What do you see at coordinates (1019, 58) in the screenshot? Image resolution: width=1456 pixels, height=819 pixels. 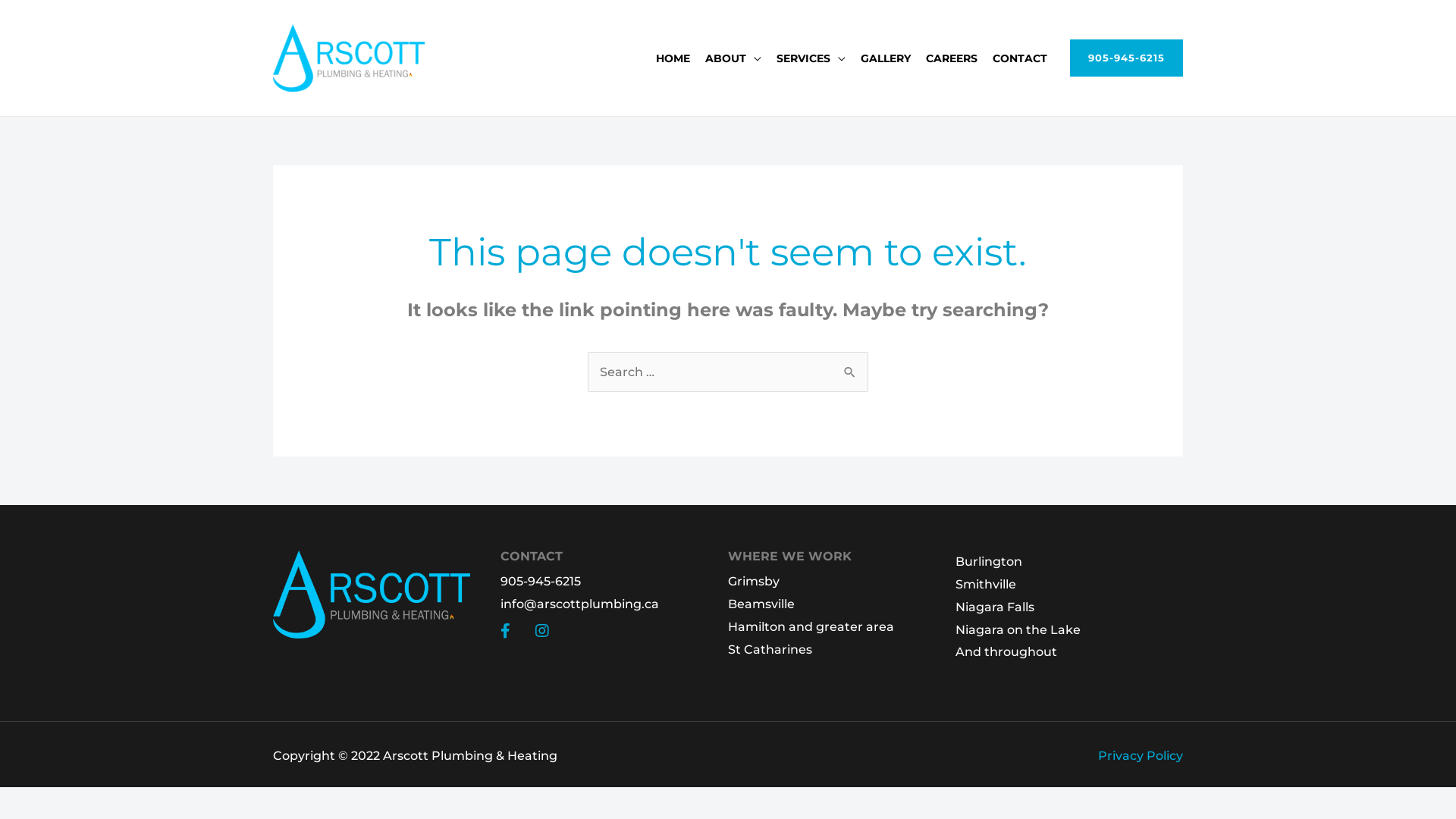 I see `'CONTACT'` at bounding box center [1019, 58].